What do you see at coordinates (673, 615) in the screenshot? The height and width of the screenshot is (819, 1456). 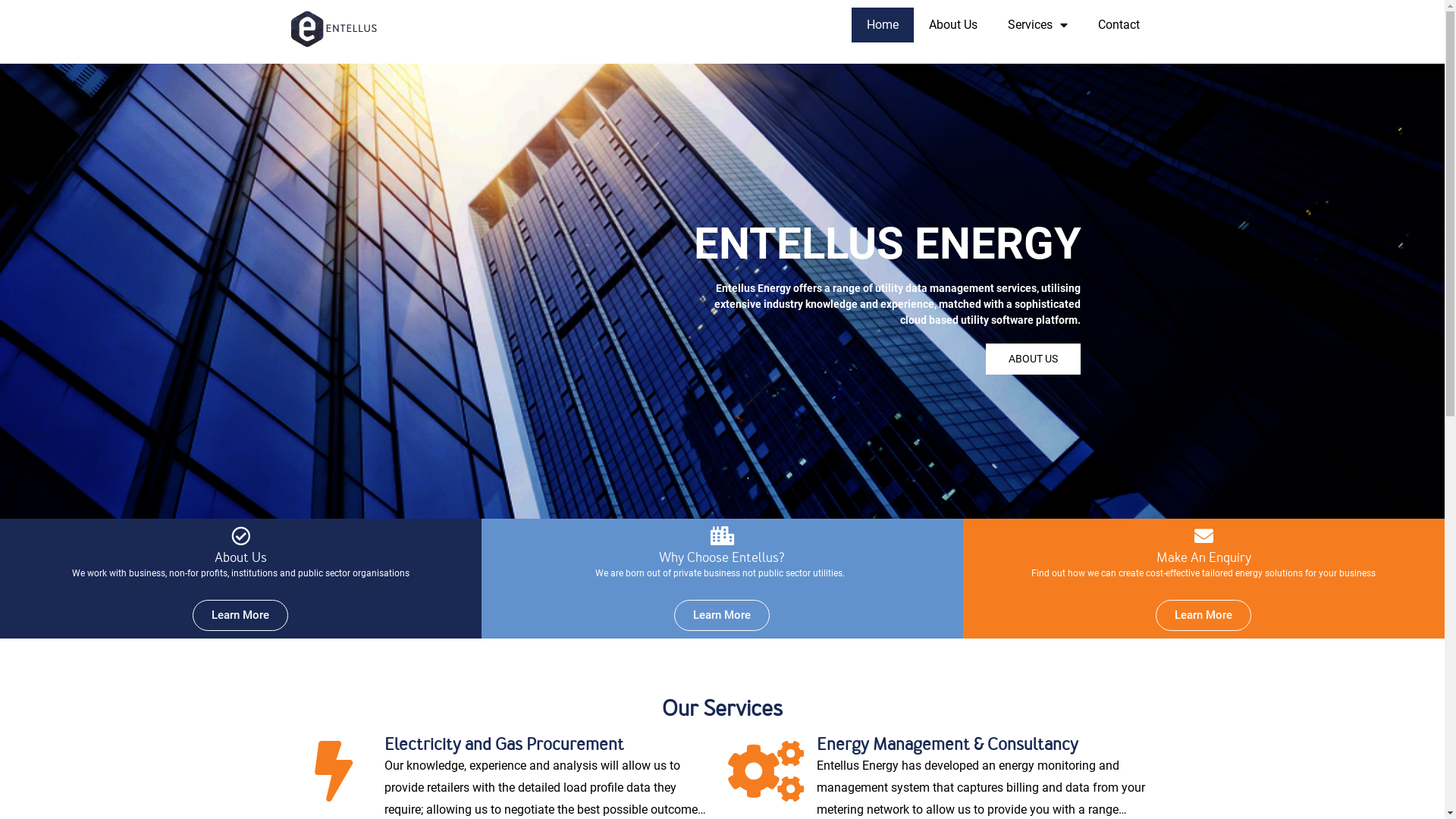 I see `'Learn More'` at bounding box center [673, 615].